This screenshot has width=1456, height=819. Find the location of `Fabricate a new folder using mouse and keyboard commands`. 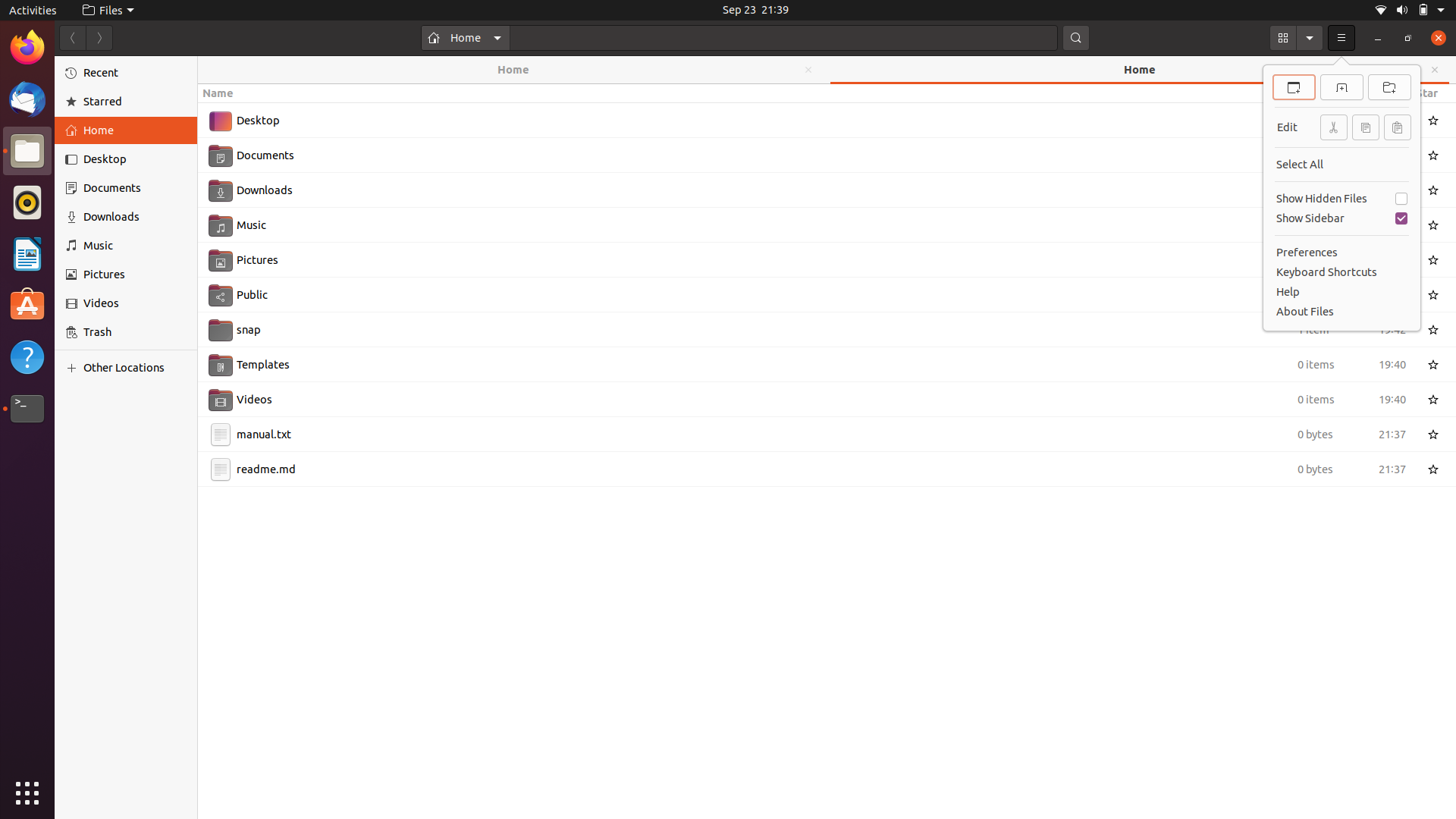

Fabricate a new folder using mouse and keyboard commands is located at coordinates (1390, 86).